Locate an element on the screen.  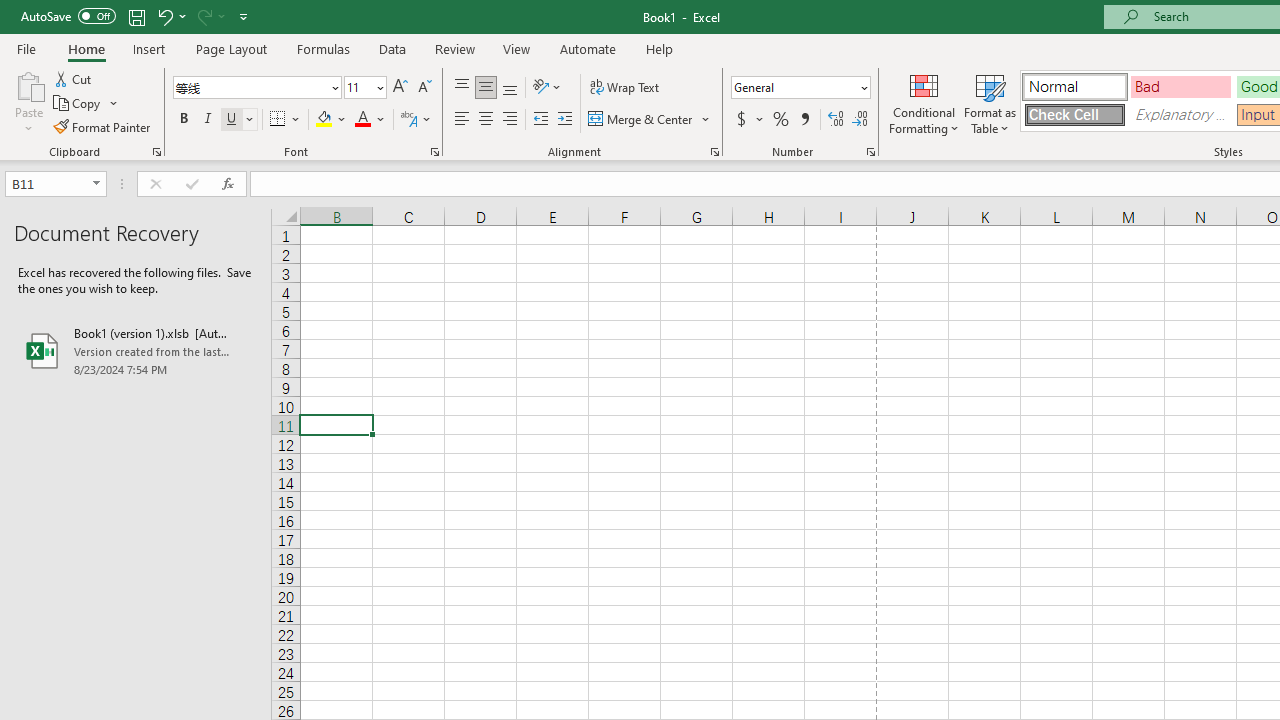
'Format Cell Alignment' is located at coordinates (714, 150).